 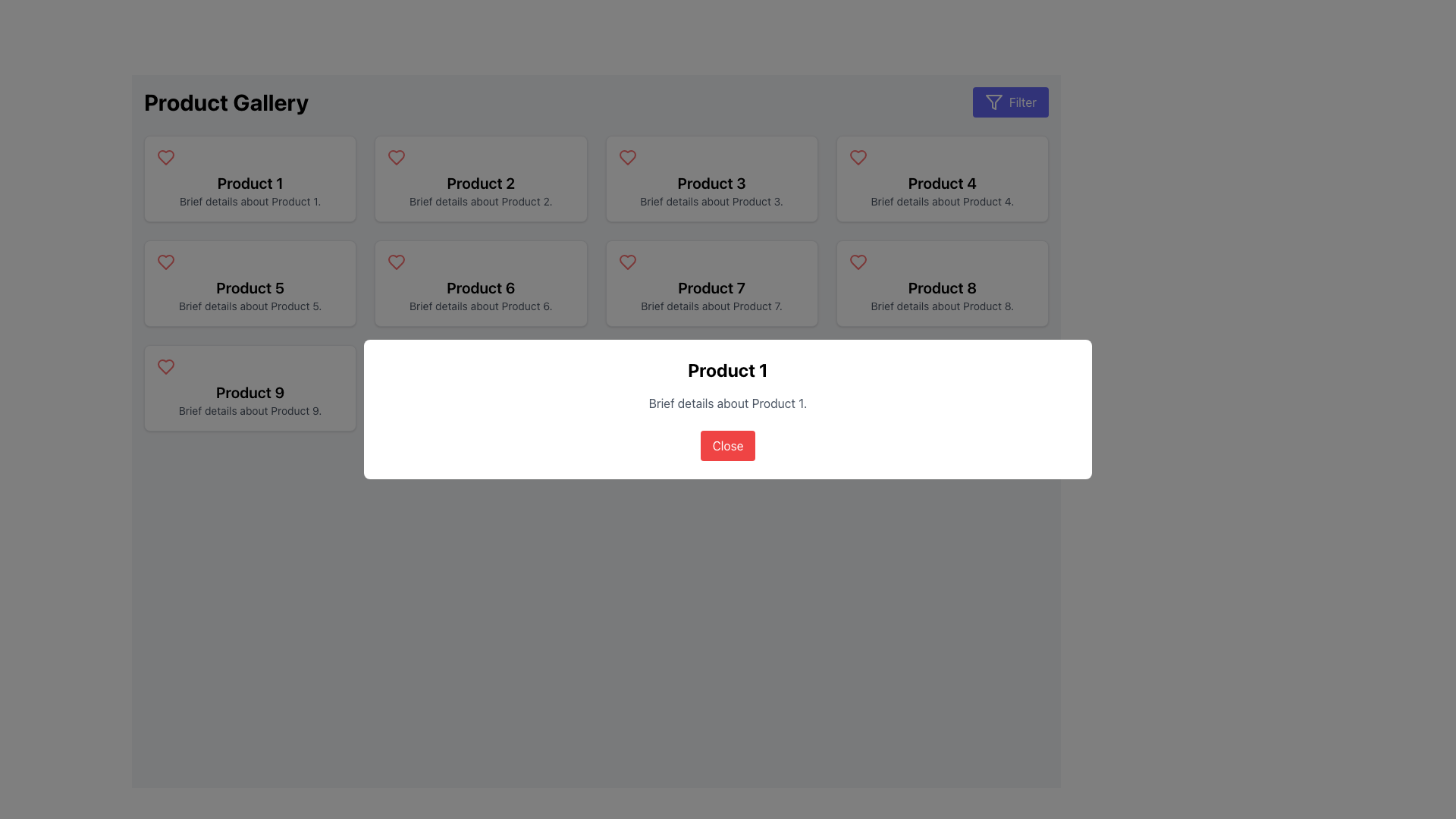 I want to click on the 'Filter' button with a blue background and white text, located at the top-right corner of the interface, so click(x=1010, y=102).